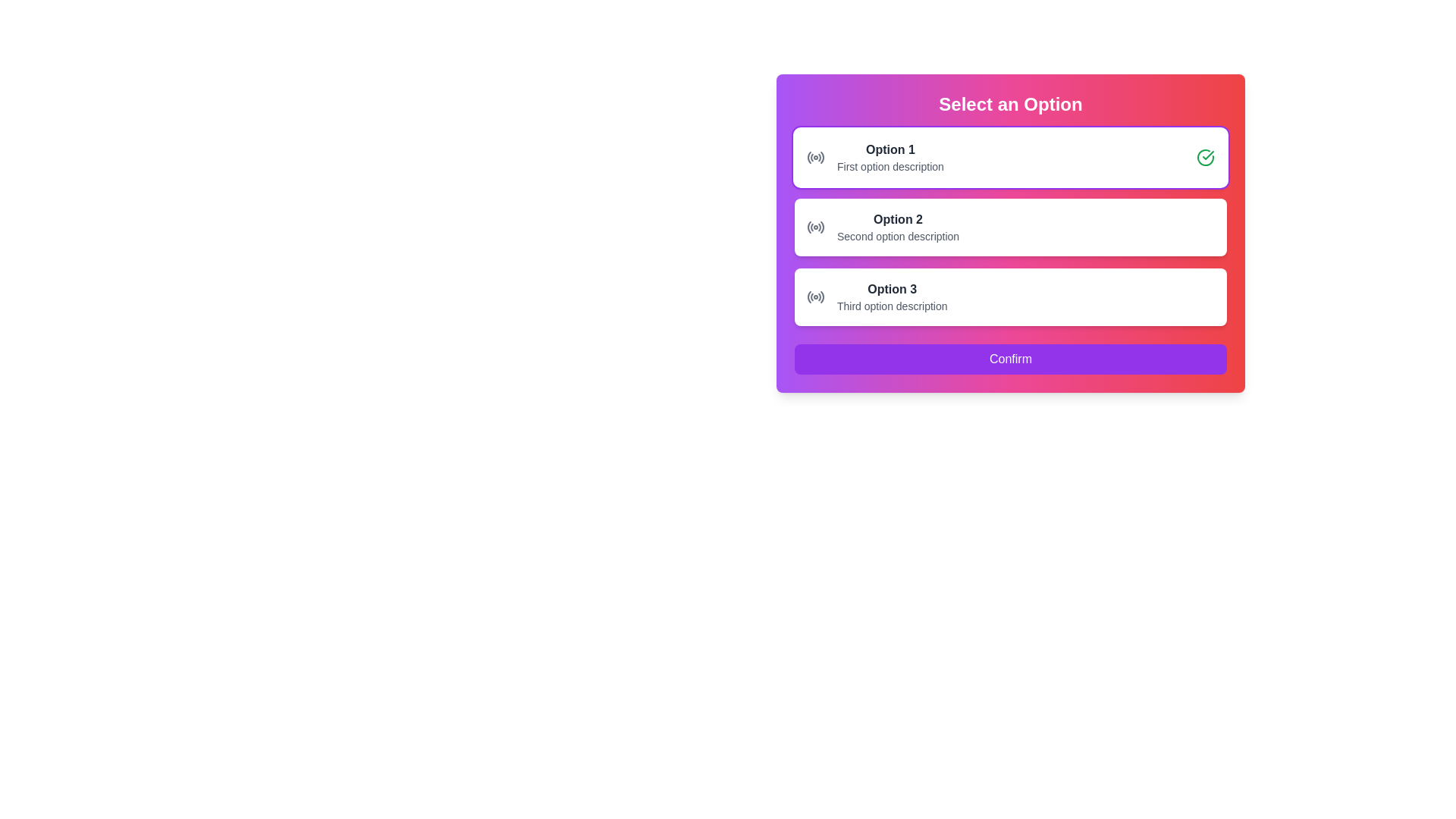 The height and width of the screenshot is (819, 1456). Describe the element at coordinates (892, 297) in the screenshot. I see `the Text Display that provides the title and description for the third selectable option in the group` at that location.